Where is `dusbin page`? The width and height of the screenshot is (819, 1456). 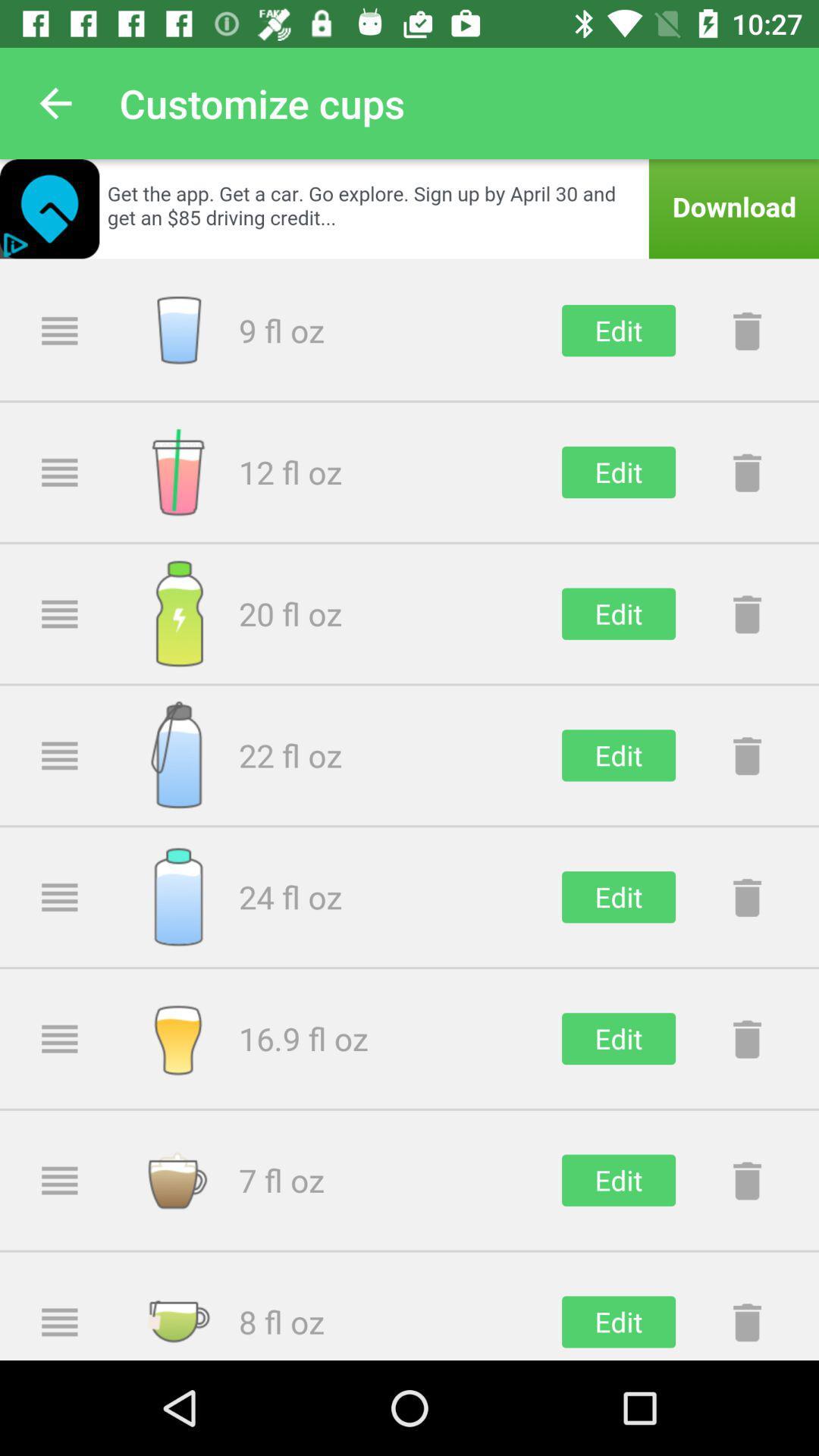 dusbin page is located at coordinates (746, 755).